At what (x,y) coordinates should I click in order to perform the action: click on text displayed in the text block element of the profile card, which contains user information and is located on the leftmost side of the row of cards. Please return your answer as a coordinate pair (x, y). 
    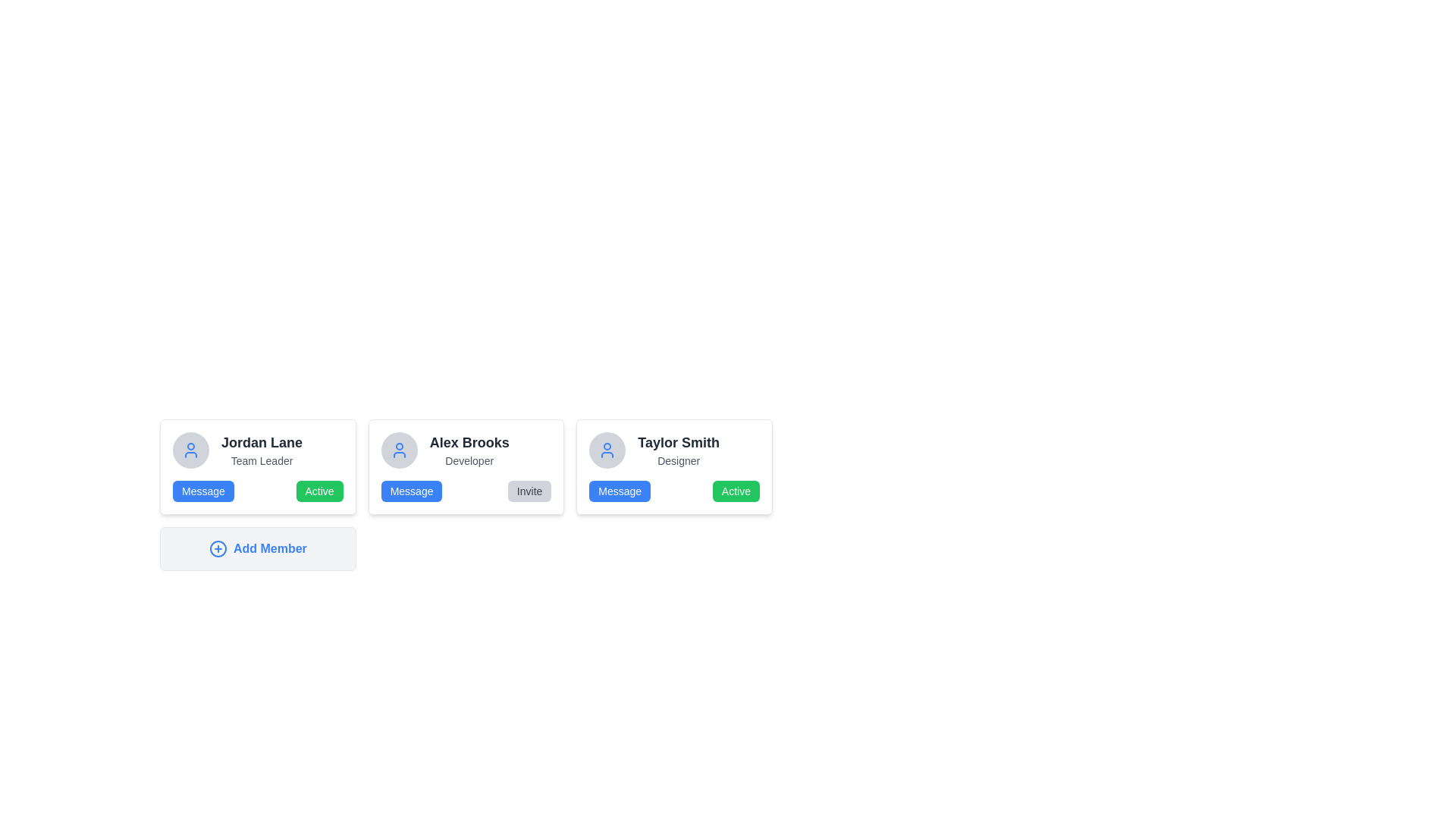
    Looking at the image, I should click on (262, 450).